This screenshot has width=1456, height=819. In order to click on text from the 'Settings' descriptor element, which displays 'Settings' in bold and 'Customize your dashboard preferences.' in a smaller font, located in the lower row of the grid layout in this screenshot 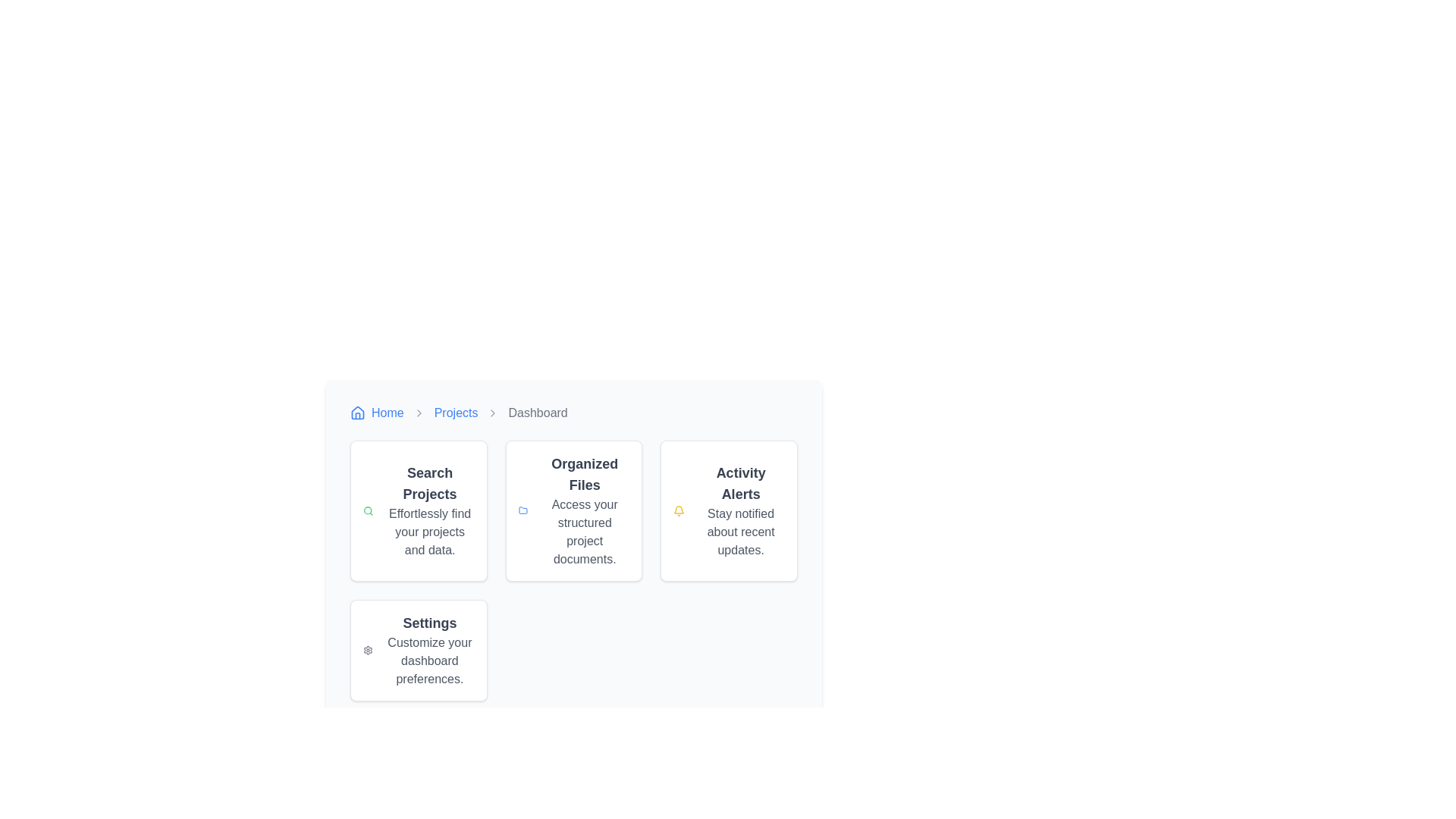, I will do `click(428, 649)`.